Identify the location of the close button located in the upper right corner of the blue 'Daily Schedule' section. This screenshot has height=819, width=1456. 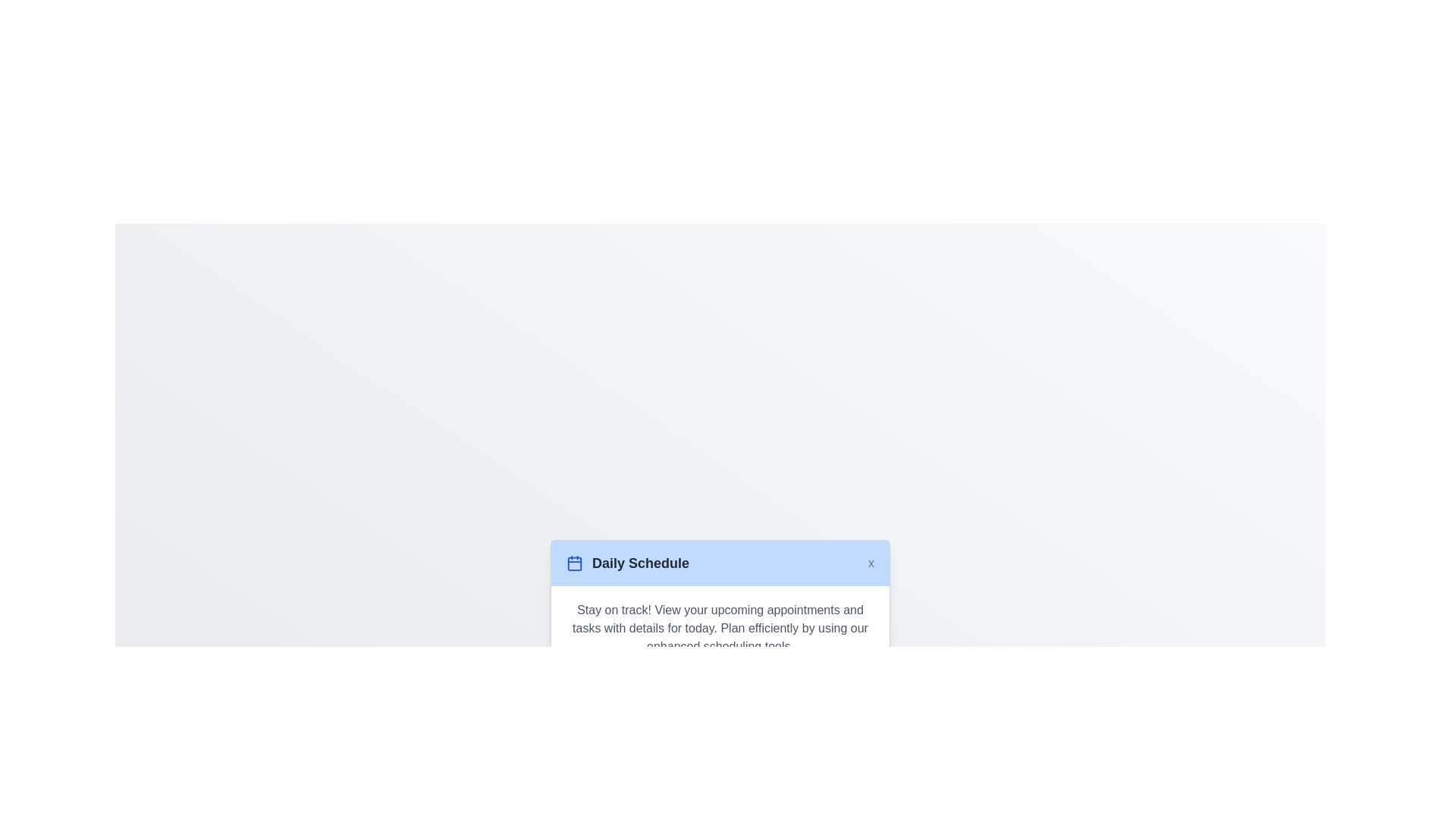
(871, 562).